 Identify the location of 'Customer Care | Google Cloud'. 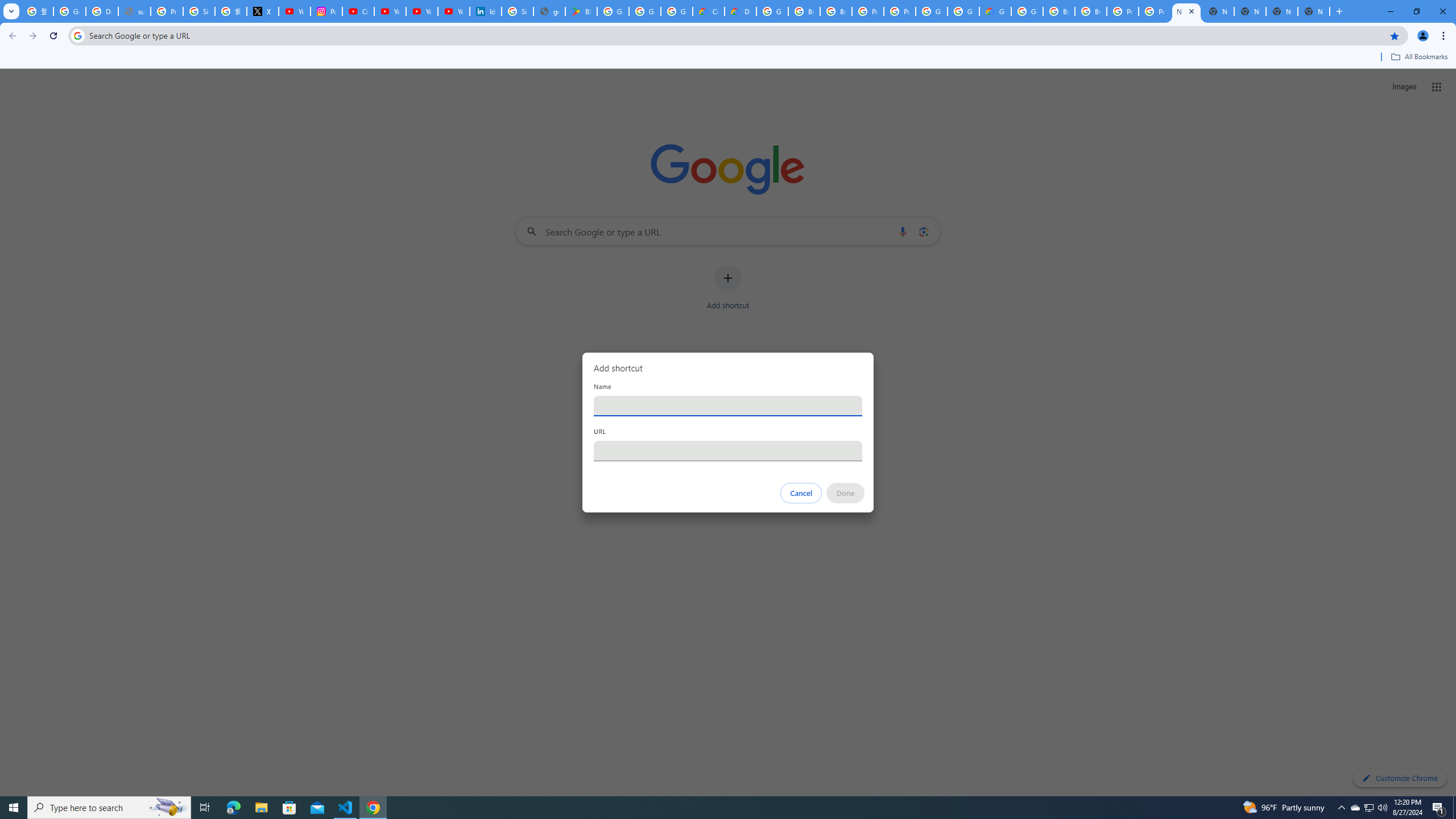
(708, 11).